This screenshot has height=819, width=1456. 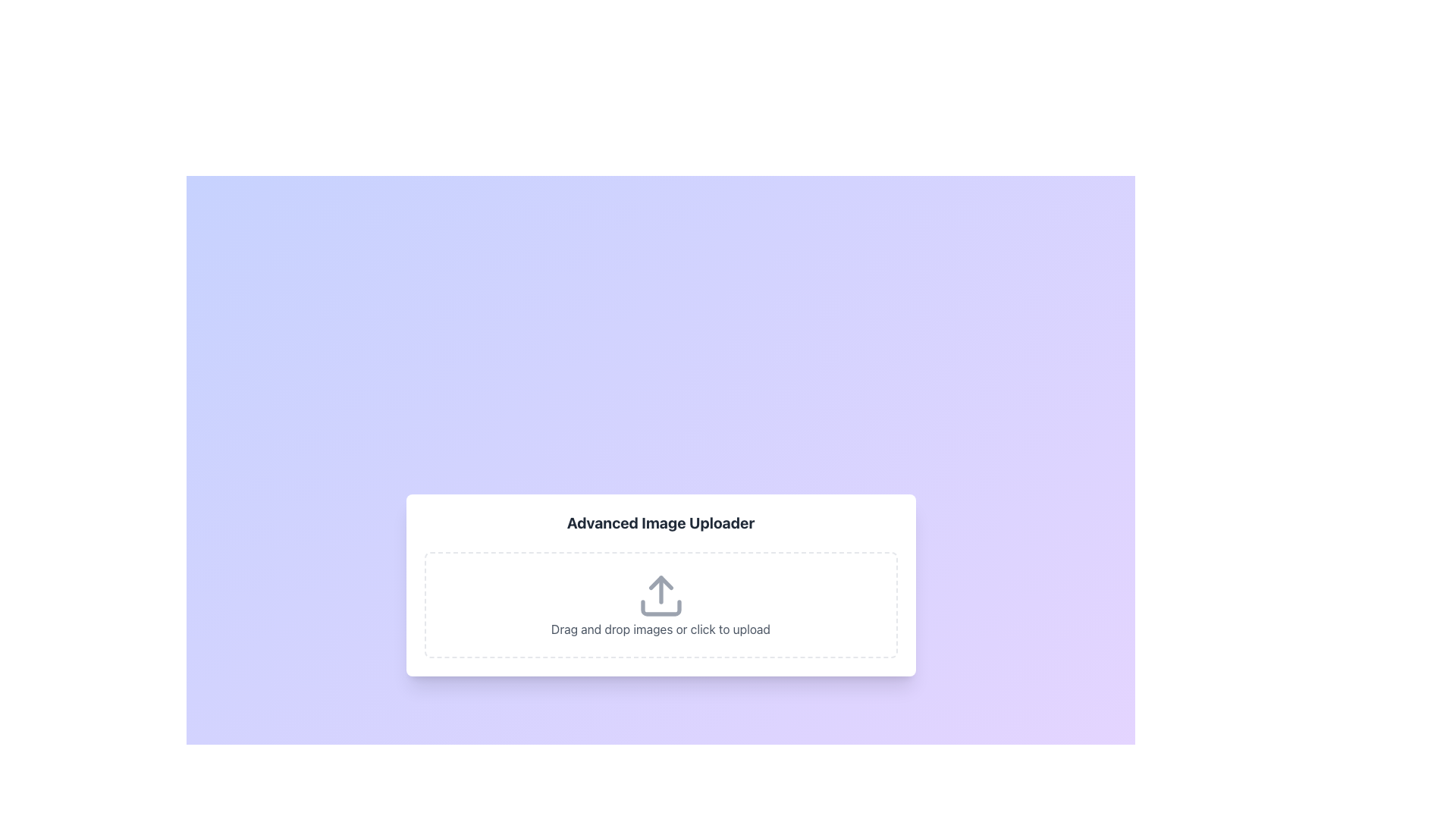 What do you see at coordinates (661, 595) in the screenshot?
I see `the upload SVG icon located at the center of the bordered dashed rectangle` at bounding box center [661, 595].